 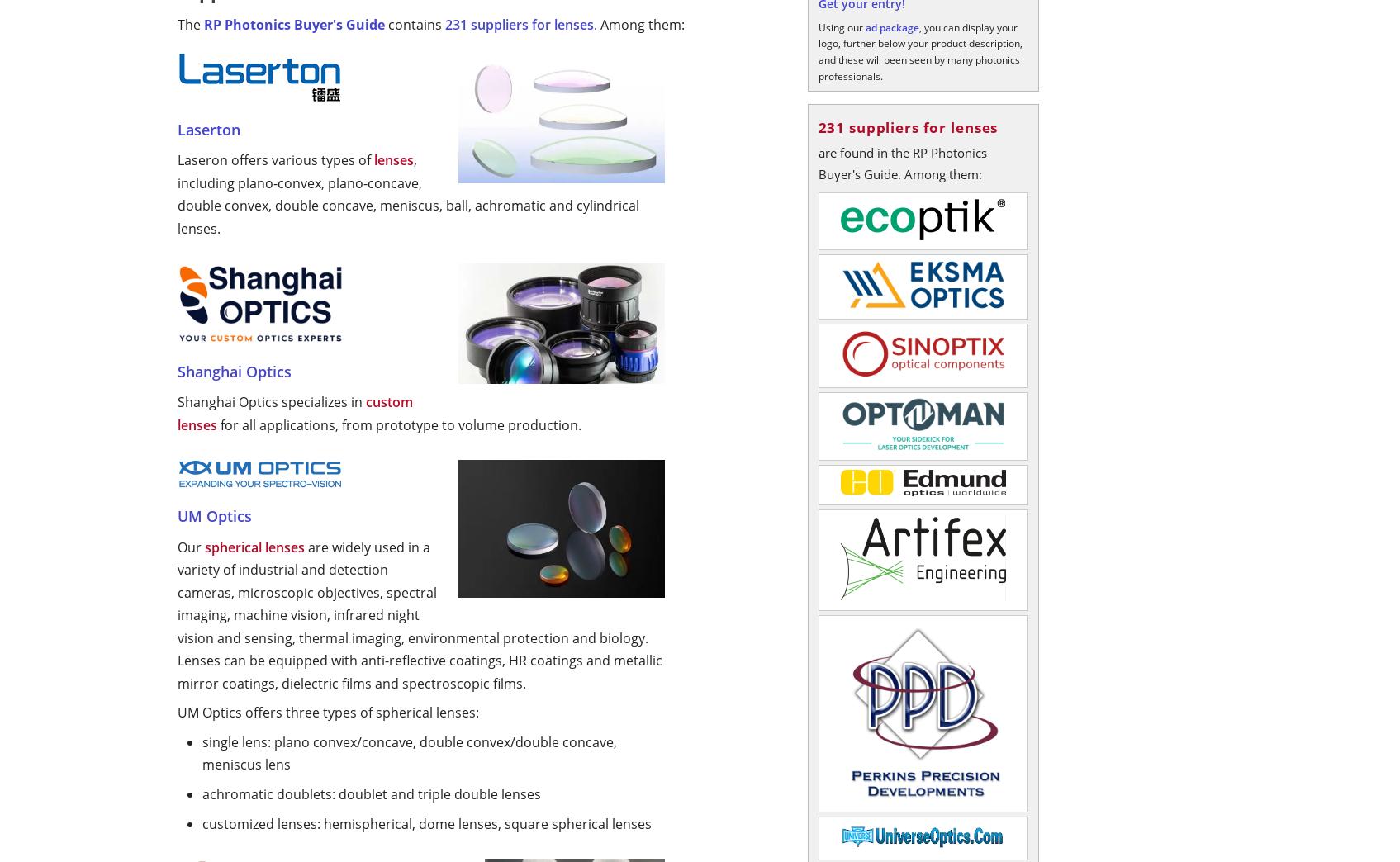 What do you see at coordinates (392, 159) in the screenshot?
I see `'lenses'` at bounding box center [392, 159].